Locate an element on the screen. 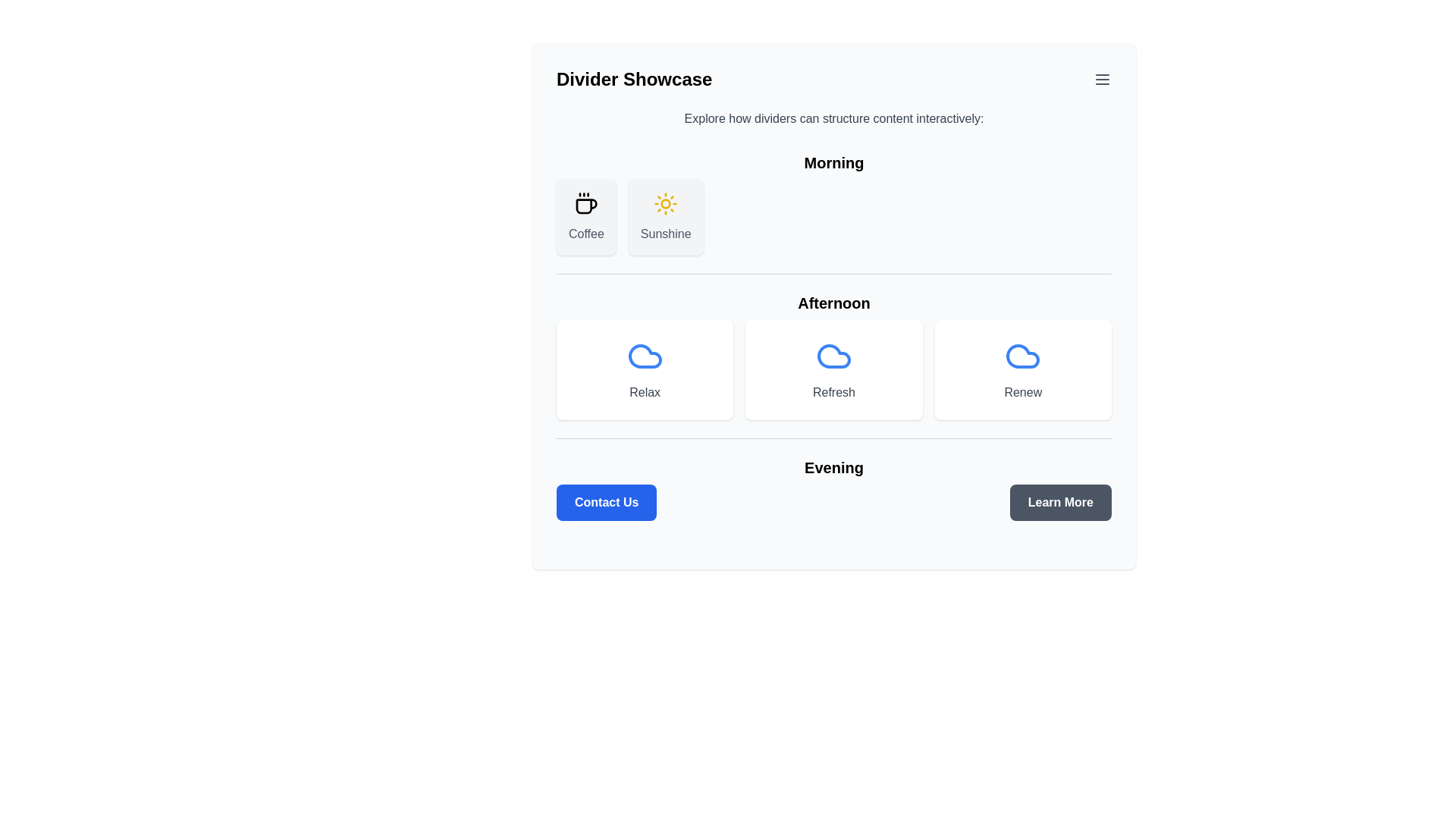 The height and width of the screenshot is (819, 1456). the 'Refresh' text label located in the 'Afternoon' section, which serves as a label for the middle option under the card-like component is located at coordinates (833, 391).